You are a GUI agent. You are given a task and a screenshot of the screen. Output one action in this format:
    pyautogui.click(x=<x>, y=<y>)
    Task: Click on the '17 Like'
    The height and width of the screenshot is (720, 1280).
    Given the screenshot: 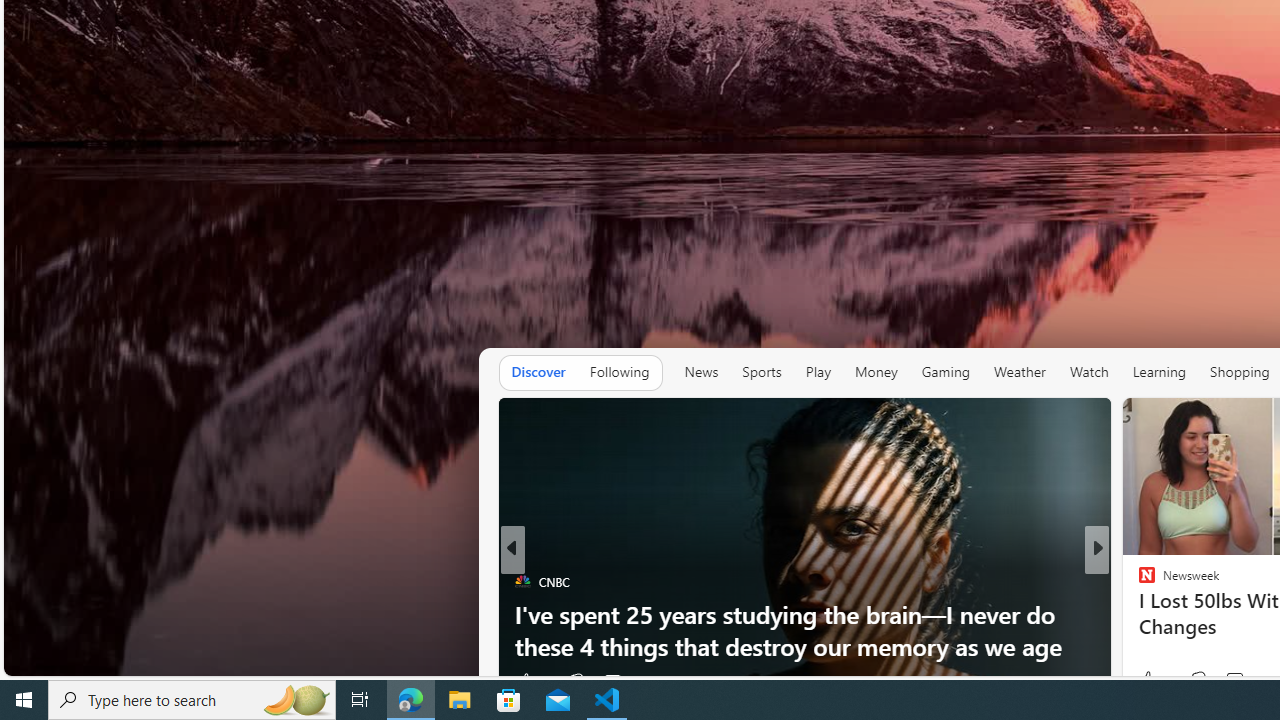 What is the action you would take?
    pyautogui.click(x=1149, y=680)
    